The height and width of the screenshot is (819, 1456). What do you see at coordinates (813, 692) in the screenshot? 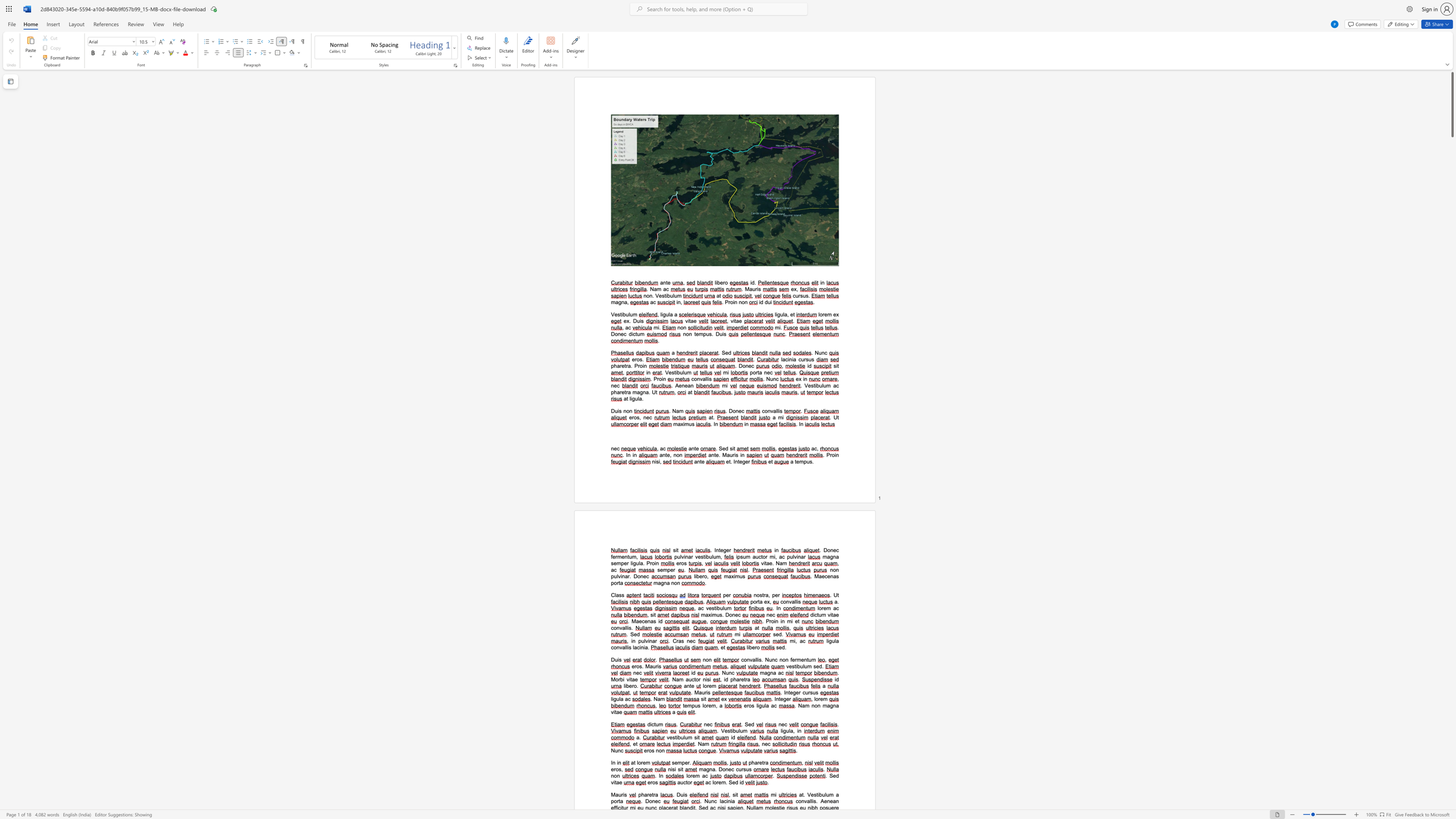
I see `the space between the continuous character "s" and "u" in the text` at bounding box center [813, 692].